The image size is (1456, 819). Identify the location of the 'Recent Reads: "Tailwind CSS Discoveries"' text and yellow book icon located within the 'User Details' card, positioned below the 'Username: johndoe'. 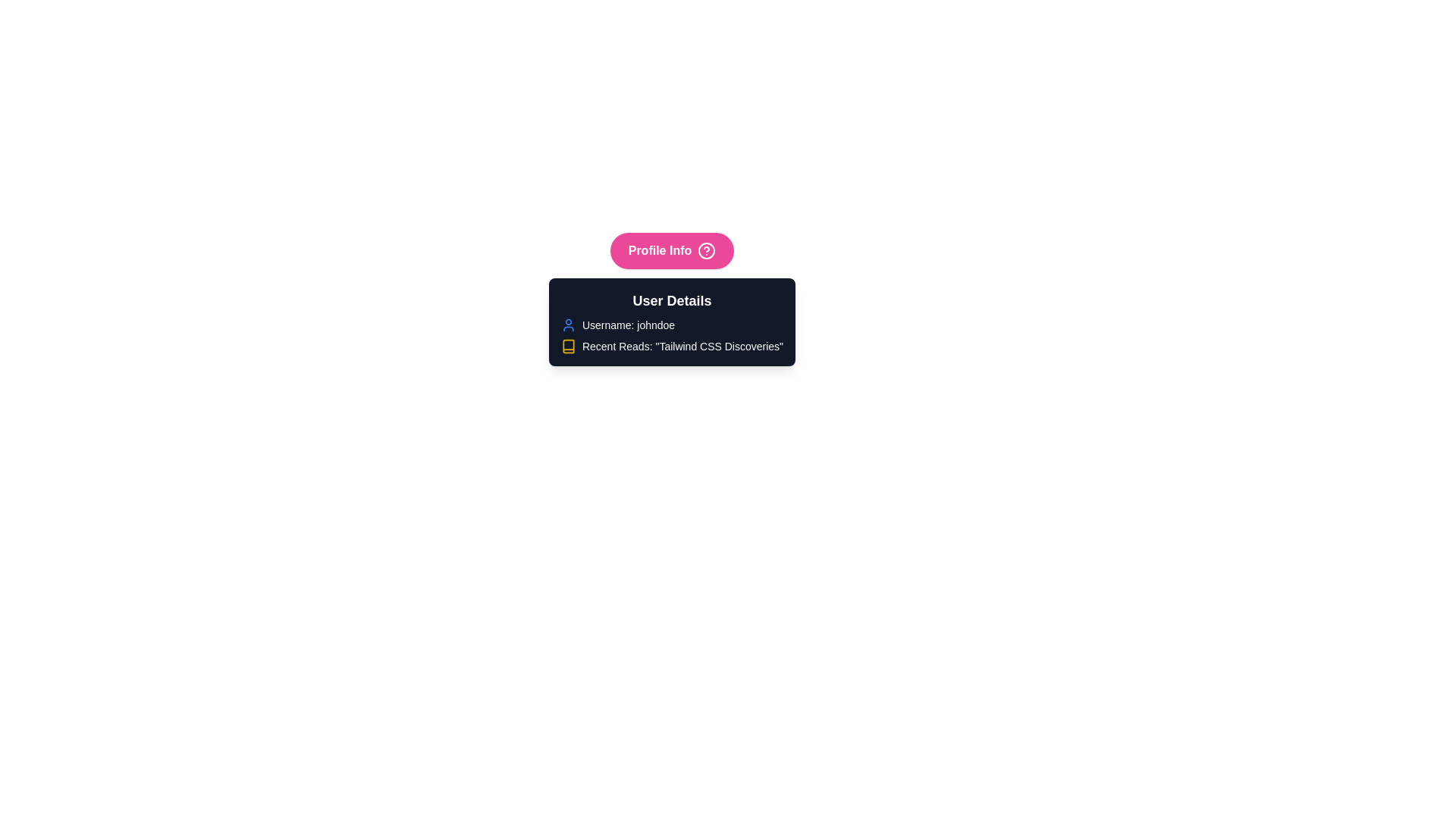
(671, 346).